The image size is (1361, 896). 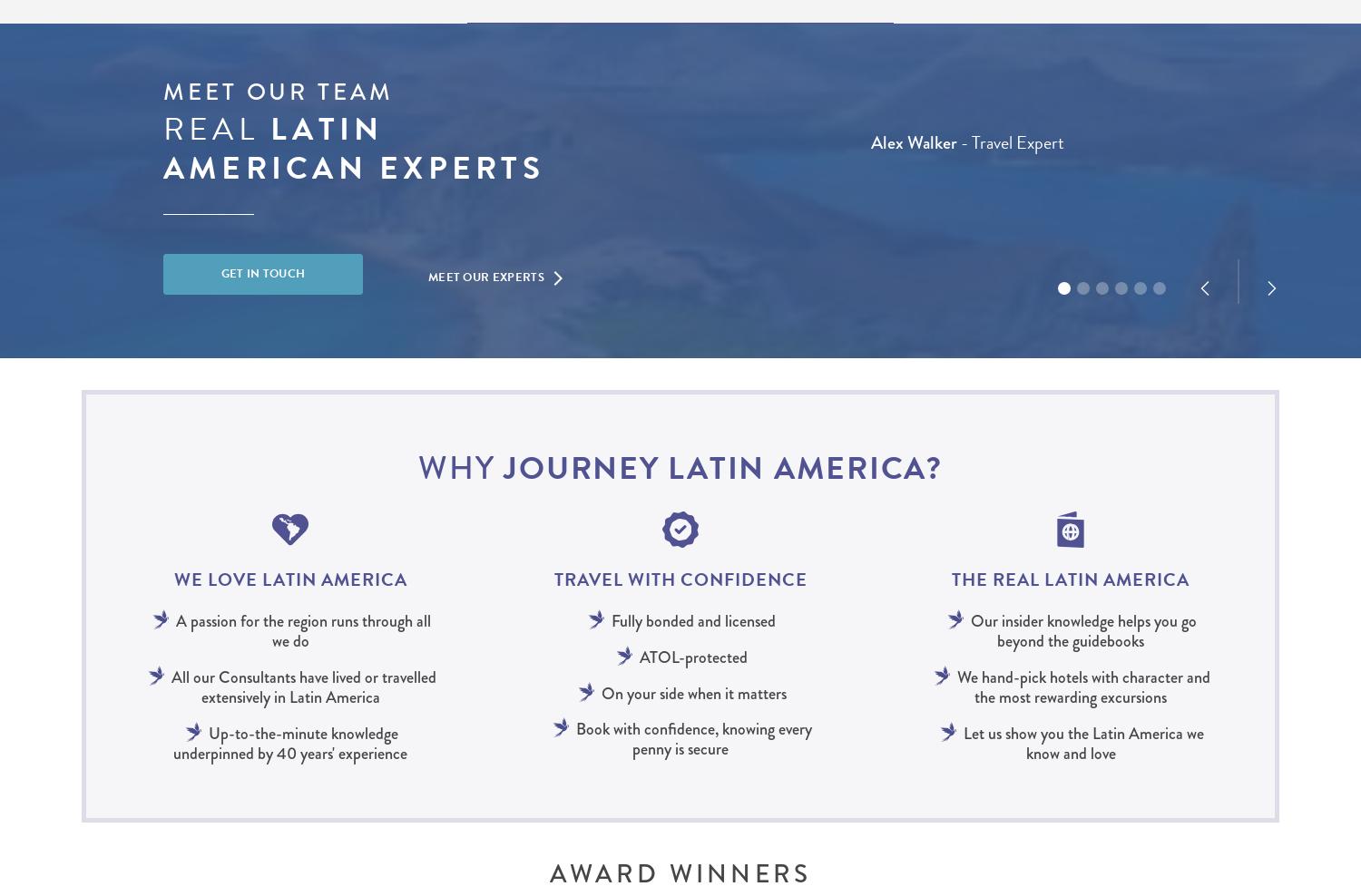 I want to click on 'Why', so click(x=461, y=466).